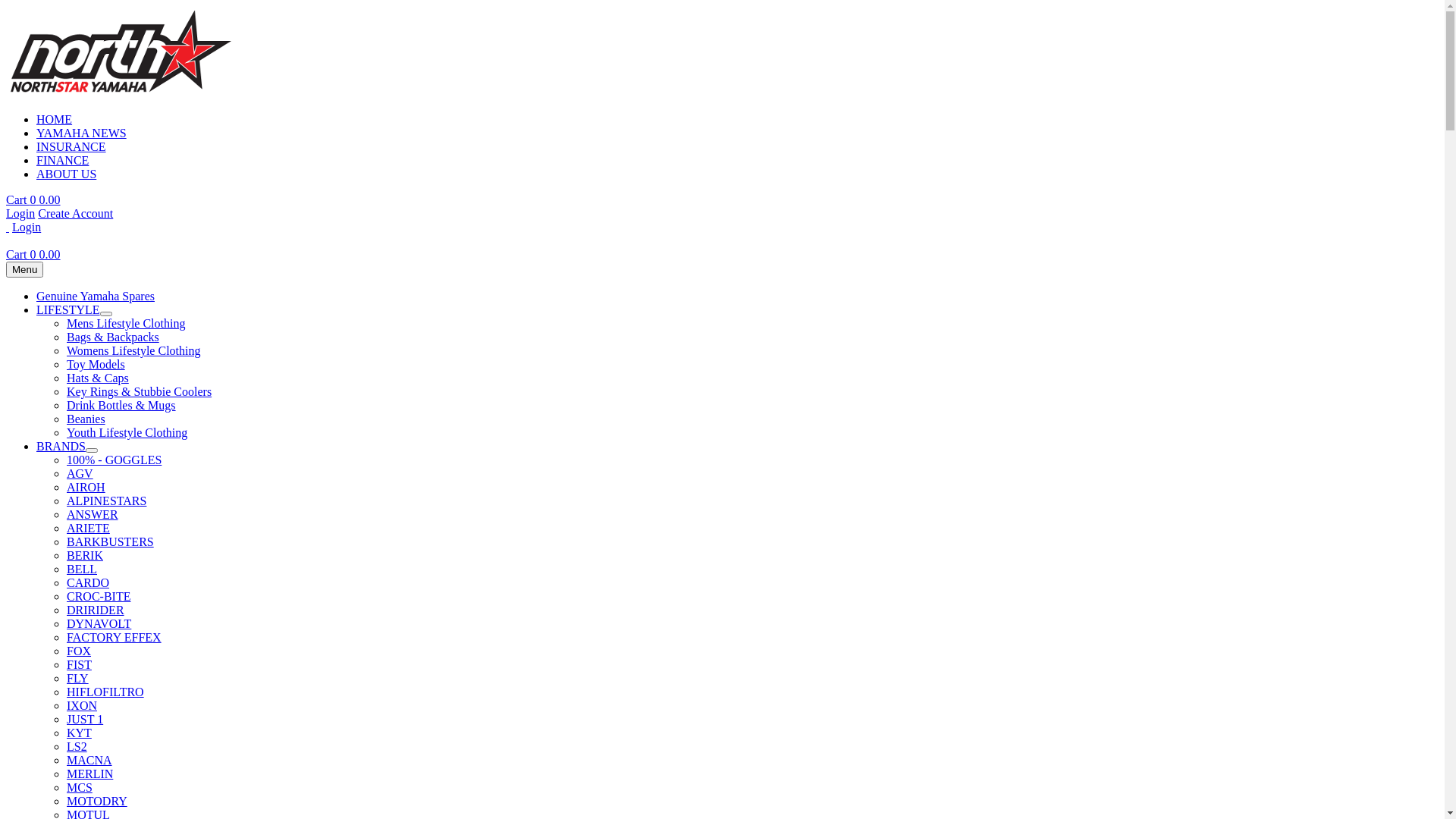  Describe the element at coordinates (33, 253) in the screenshot. I see `'Cart 0 0.00'` at that location.